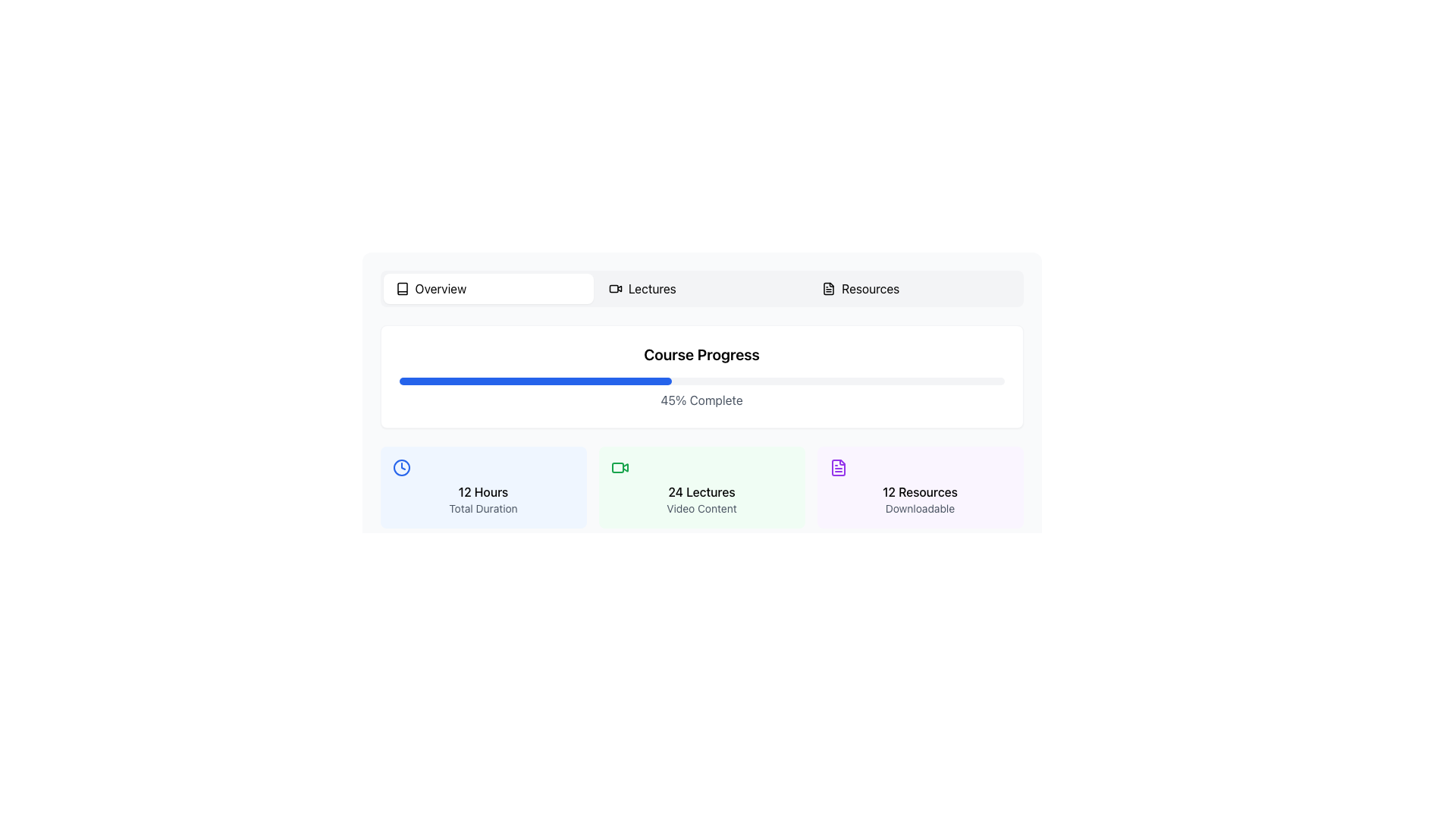  Describe the element at coordinates (701, 289) in the screenshot. I see `the 'Lectures' navigation tab located in the navigation bar` at that location.